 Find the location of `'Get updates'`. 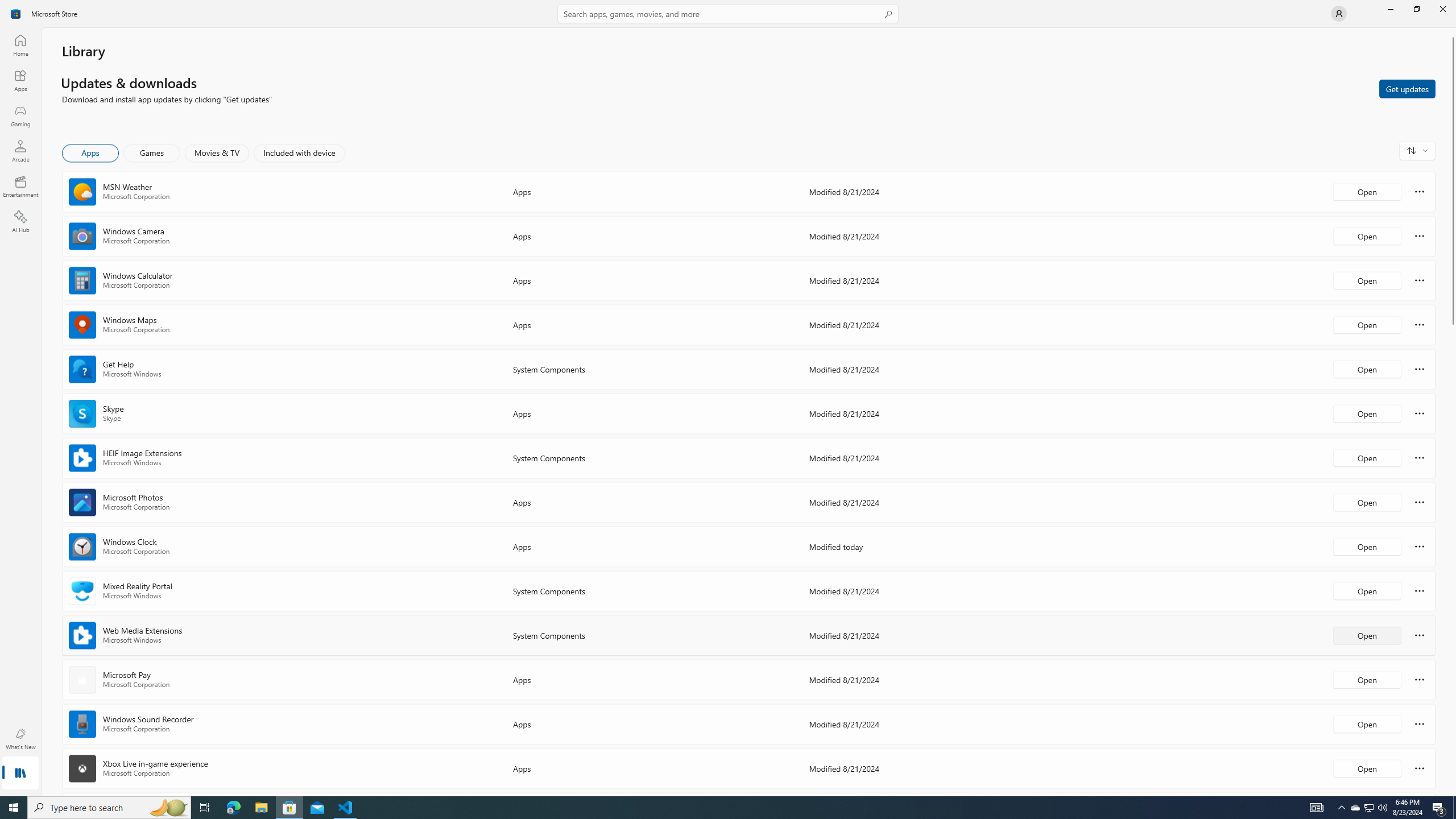

'Get updates' is located at coordinates (1407, 88).